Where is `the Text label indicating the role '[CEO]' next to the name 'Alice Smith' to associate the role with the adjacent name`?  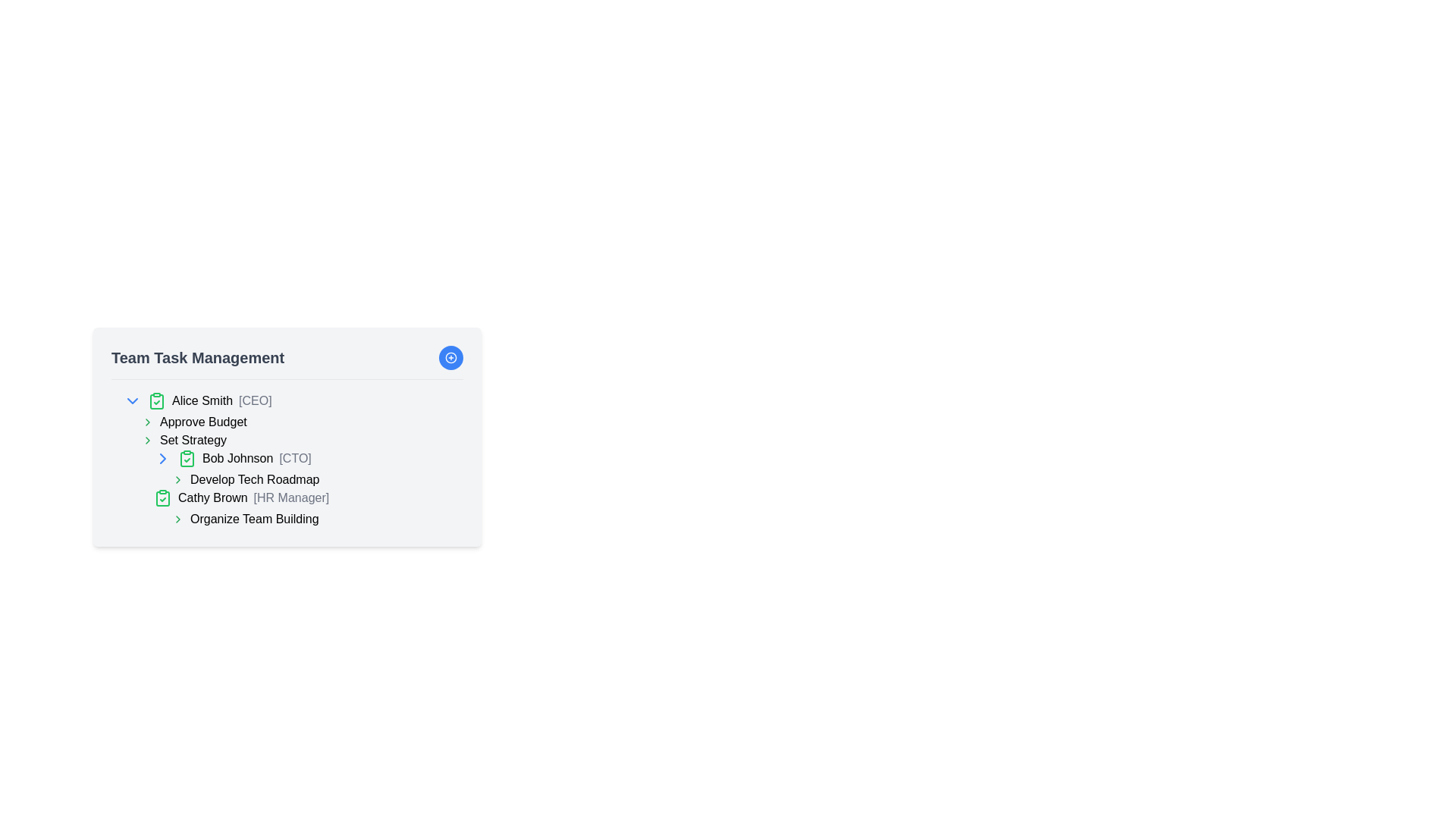
the Text label indicating the role '[CEO]' next to the name 'Alice Smith' to associate the role with the adjacent name is located at coordinates (255, 400).